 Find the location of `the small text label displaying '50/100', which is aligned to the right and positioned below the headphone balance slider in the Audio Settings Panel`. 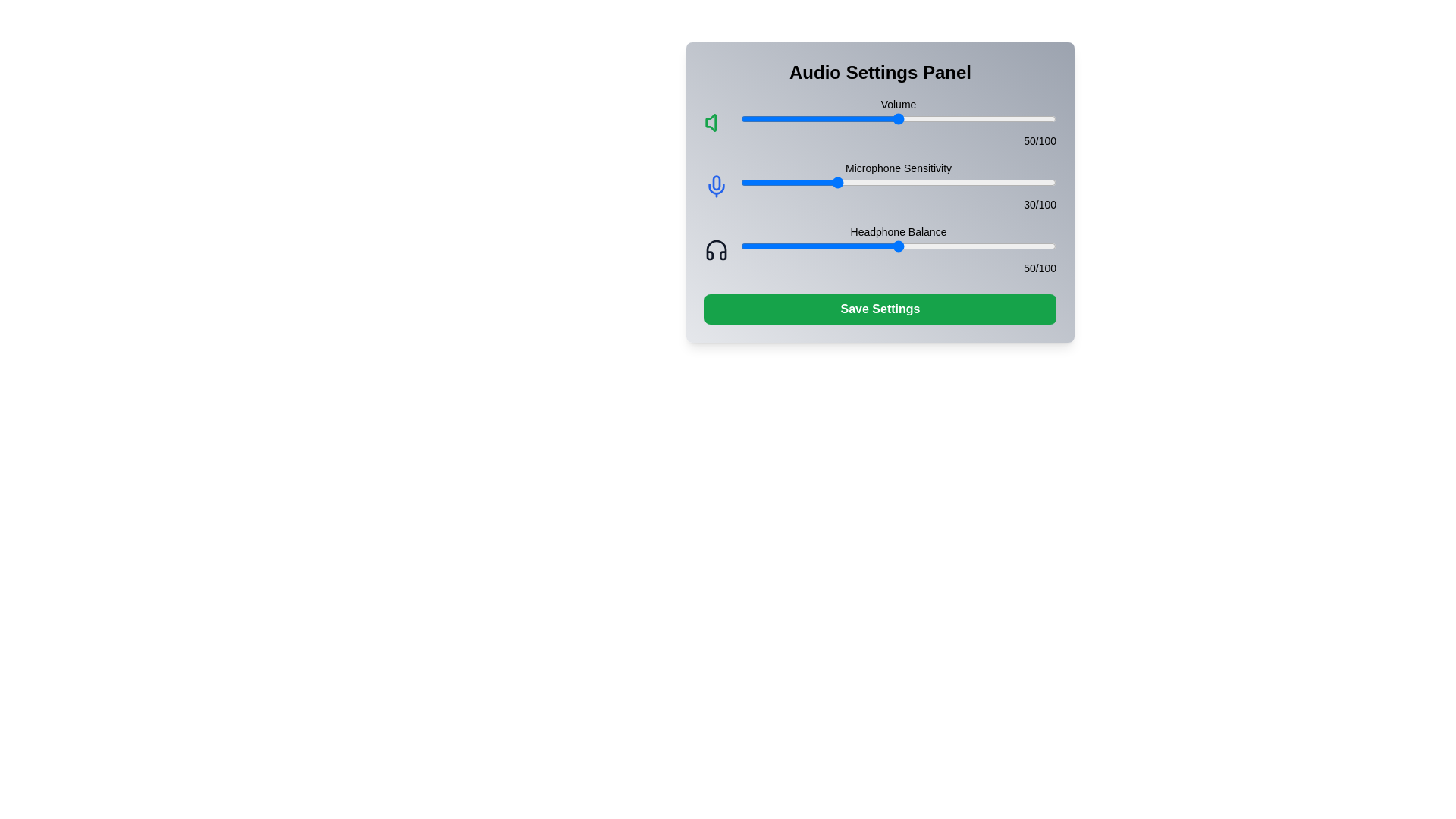

the small text label displaying '50/100', which is aligned to the right and positioned below the headphone balance slider in the Audio Settings Panel is located at coordinates (899, 268).